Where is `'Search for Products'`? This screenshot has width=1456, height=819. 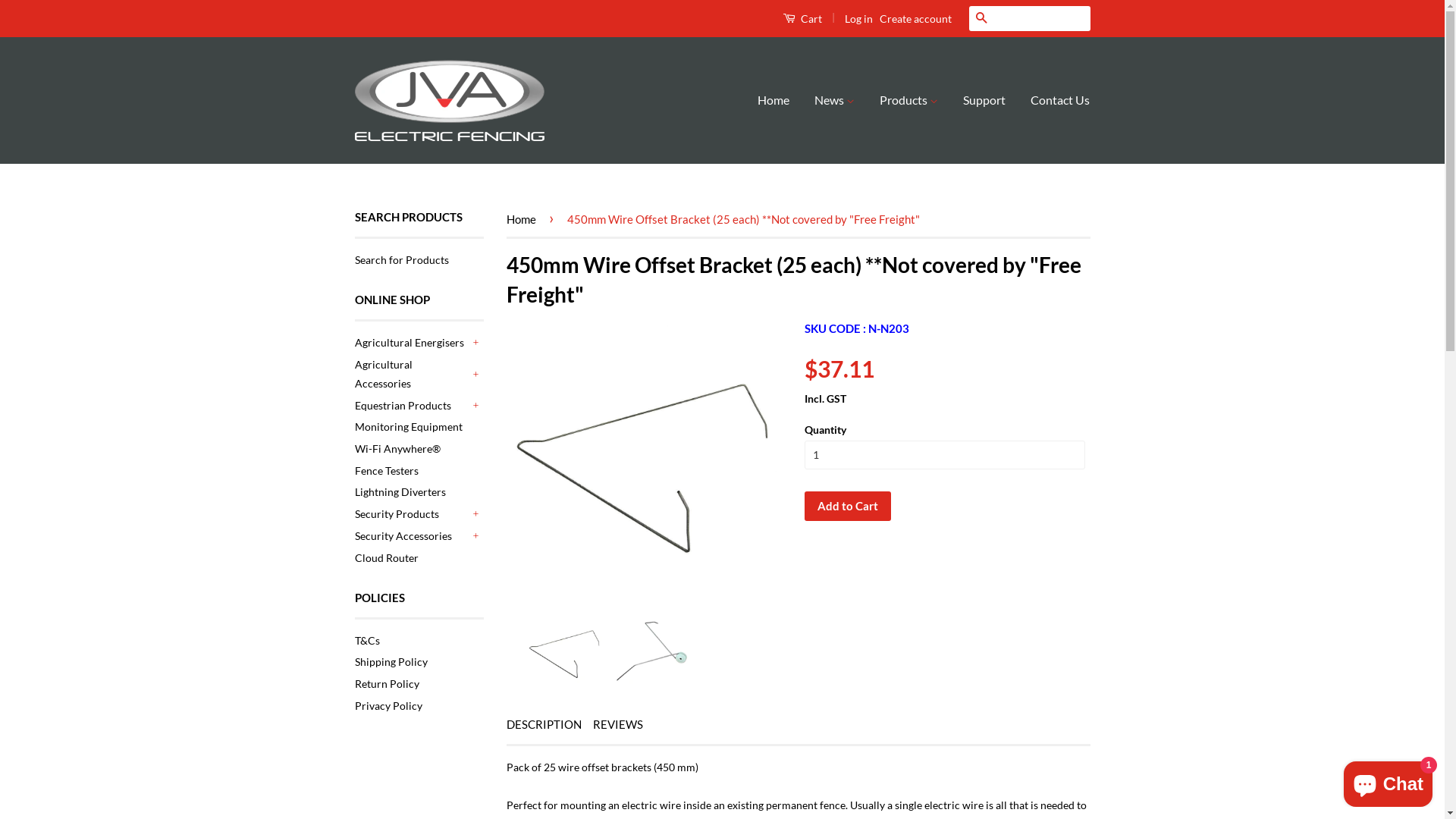
'Search for Products' is located at coordinates (401, 259).